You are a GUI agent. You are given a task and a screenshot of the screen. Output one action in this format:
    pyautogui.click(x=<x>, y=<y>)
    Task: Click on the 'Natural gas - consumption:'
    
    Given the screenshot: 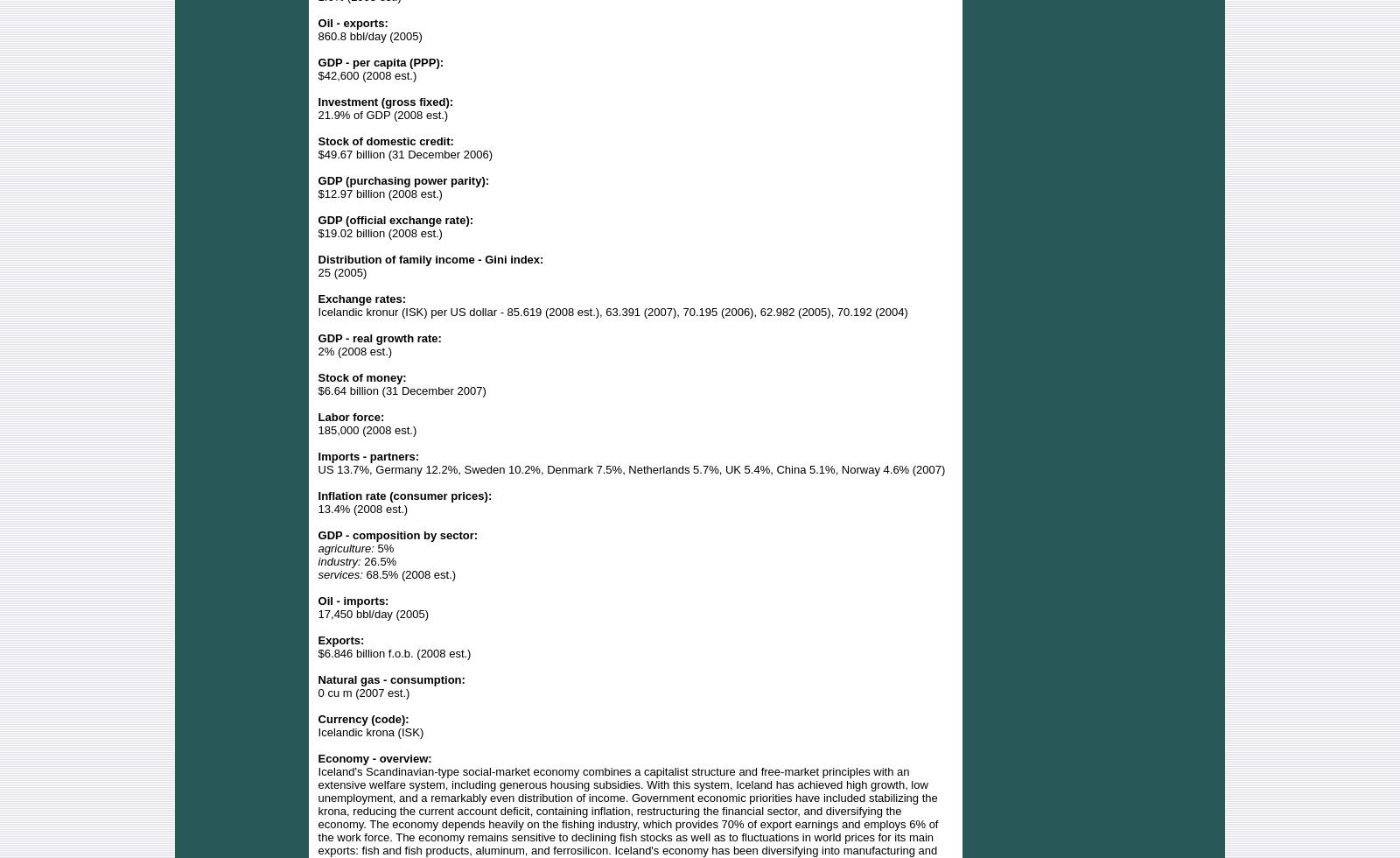 What is the action you would take?
    pyautogui.click(x=390, y=679)
    